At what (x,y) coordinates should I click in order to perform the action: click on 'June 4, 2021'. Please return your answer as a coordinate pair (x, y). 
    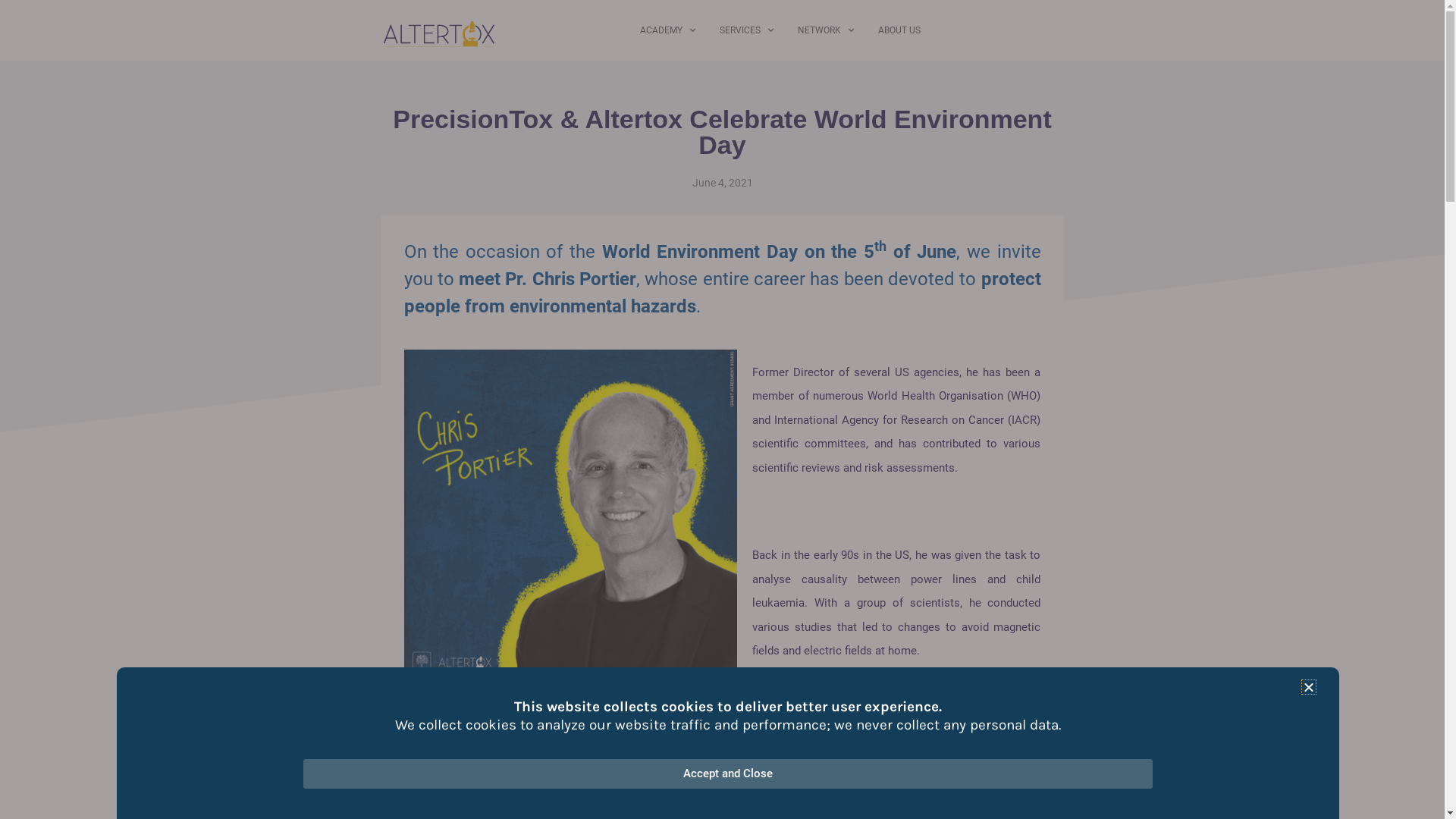
    Looking at the image, I should click on (720, 181).